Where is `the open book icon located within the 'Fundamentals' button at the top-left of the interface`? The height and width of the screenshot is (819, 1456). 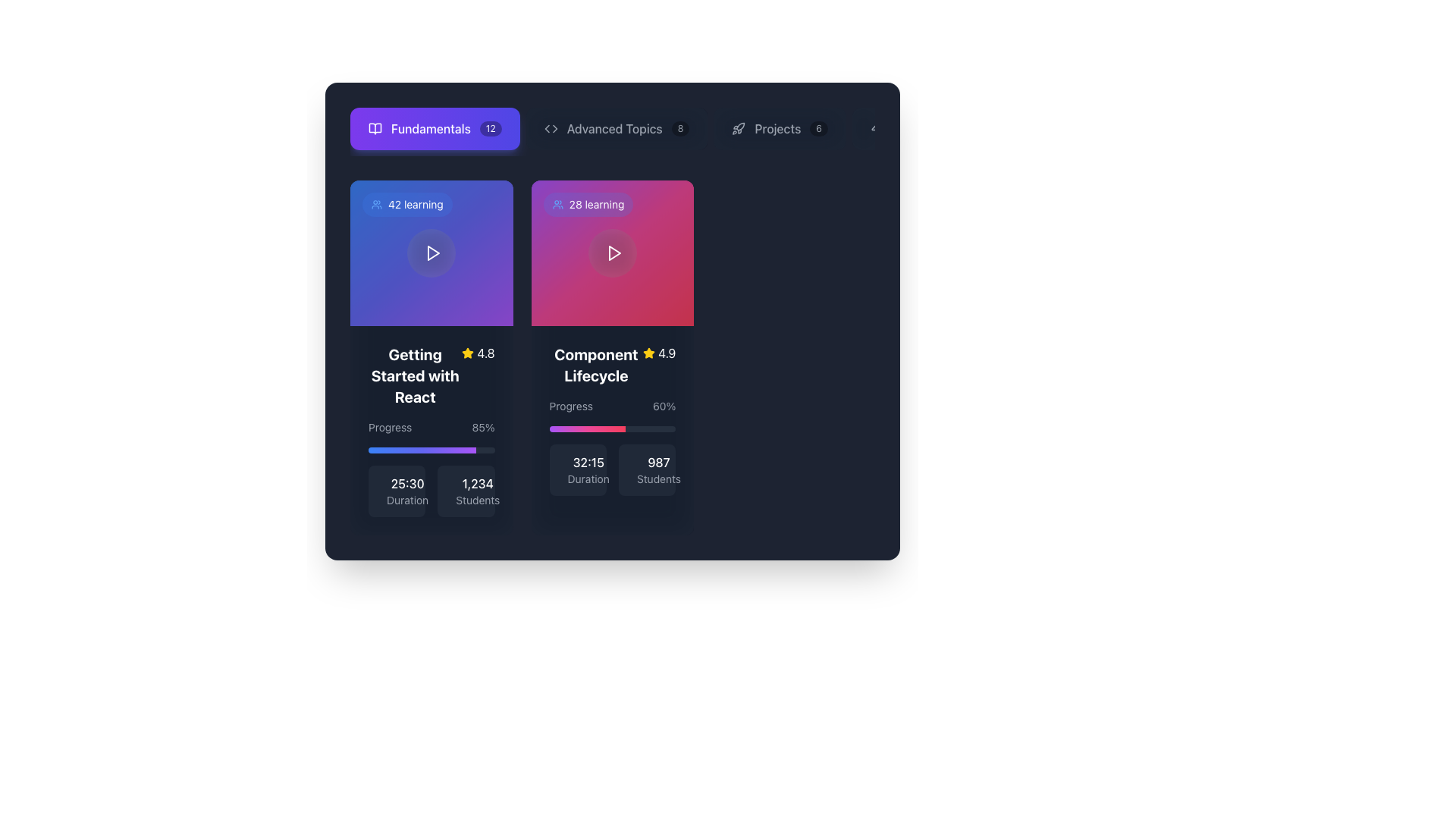
the open book icon located within the 'Fundamentals' button at the top-left of the interface is located at coordinates (375, 127).